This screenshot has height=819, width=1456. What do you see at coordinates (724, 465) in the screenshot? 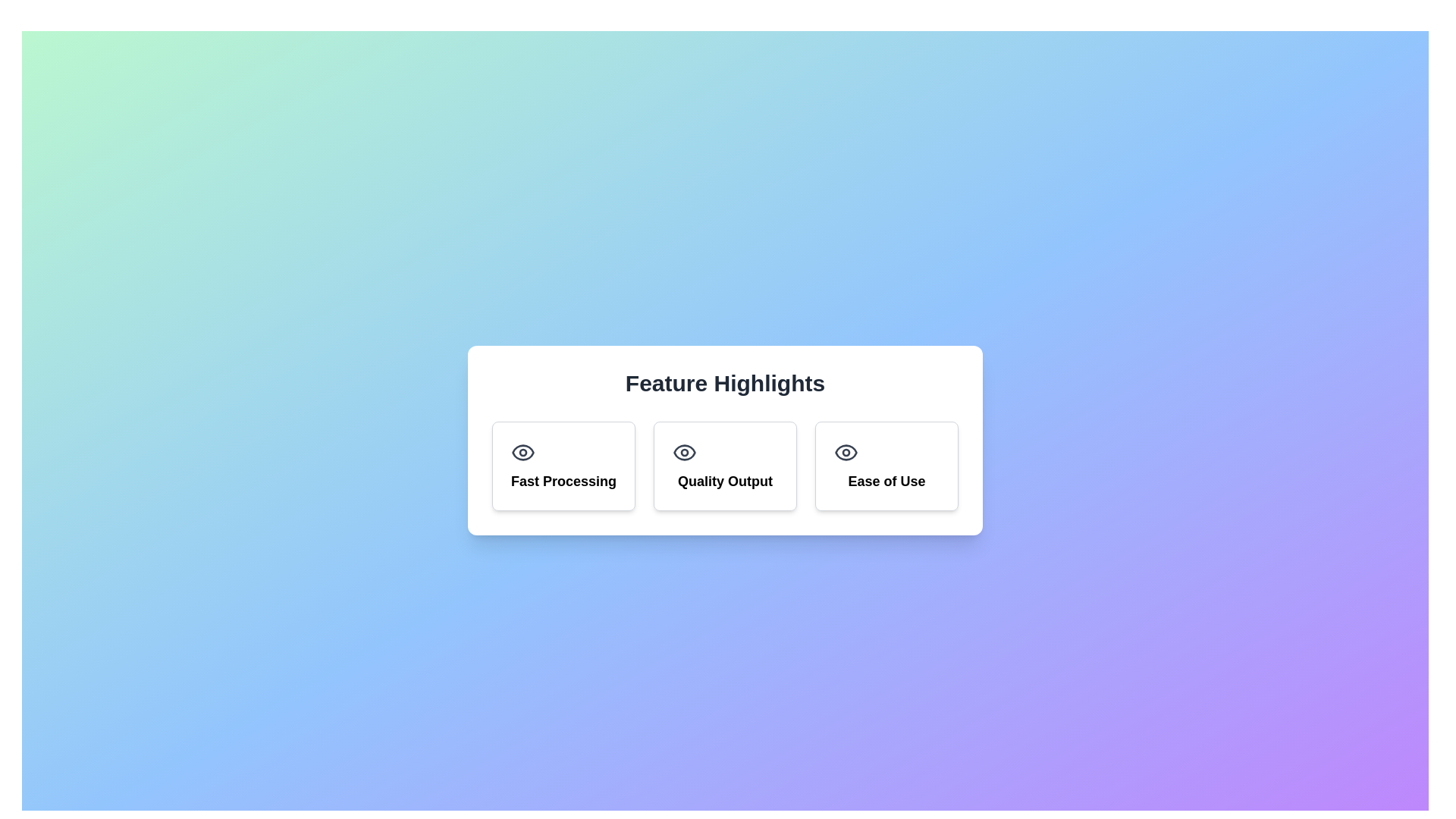
I see `the Informational Card titled 'Quality Output' located in the middle of the grid under 'Feature Highlights'` at bounding box center [724, 465].